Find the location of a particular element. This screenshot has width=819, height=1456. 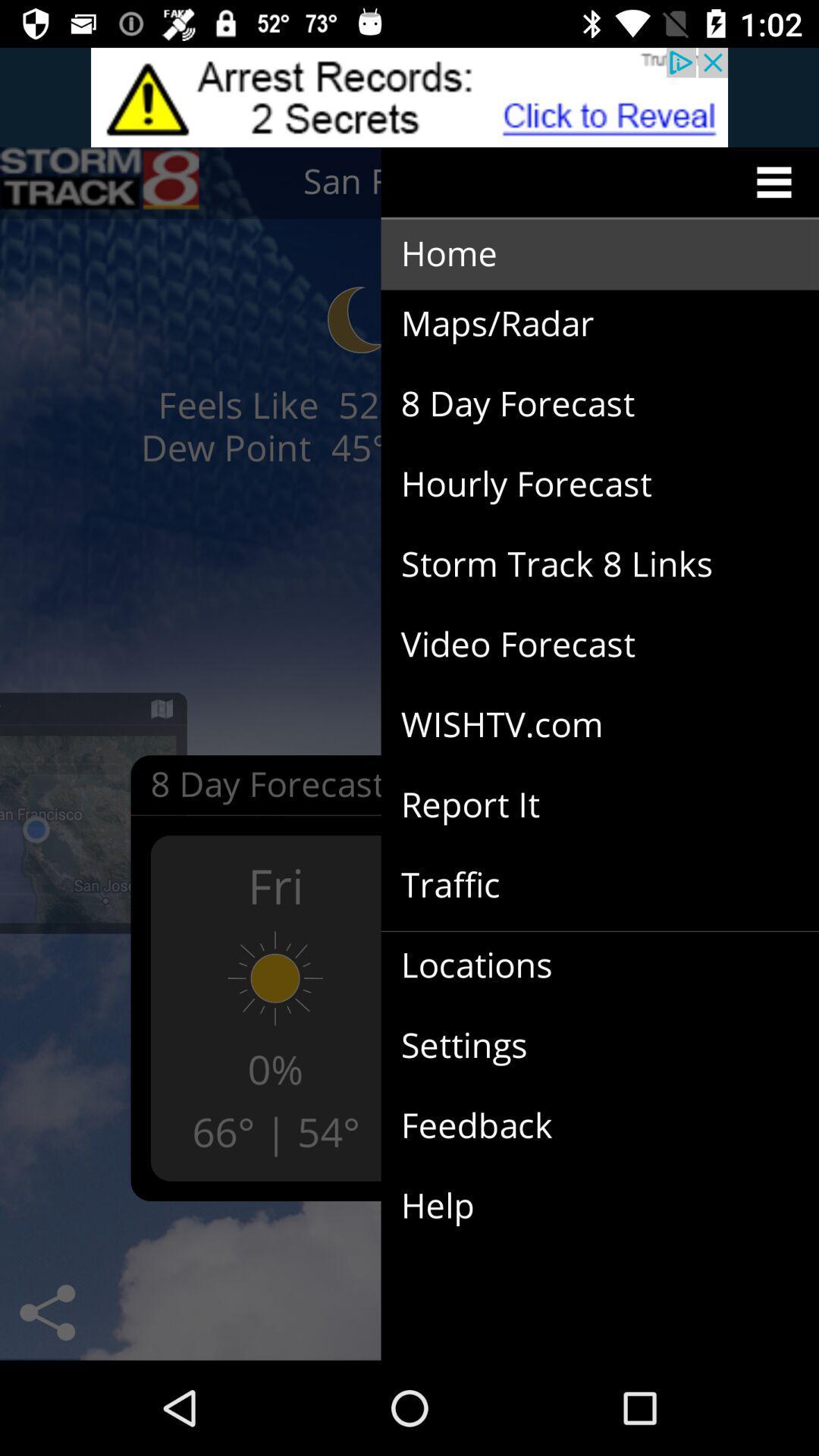

the share icon is located at coordinates (46, 1312).